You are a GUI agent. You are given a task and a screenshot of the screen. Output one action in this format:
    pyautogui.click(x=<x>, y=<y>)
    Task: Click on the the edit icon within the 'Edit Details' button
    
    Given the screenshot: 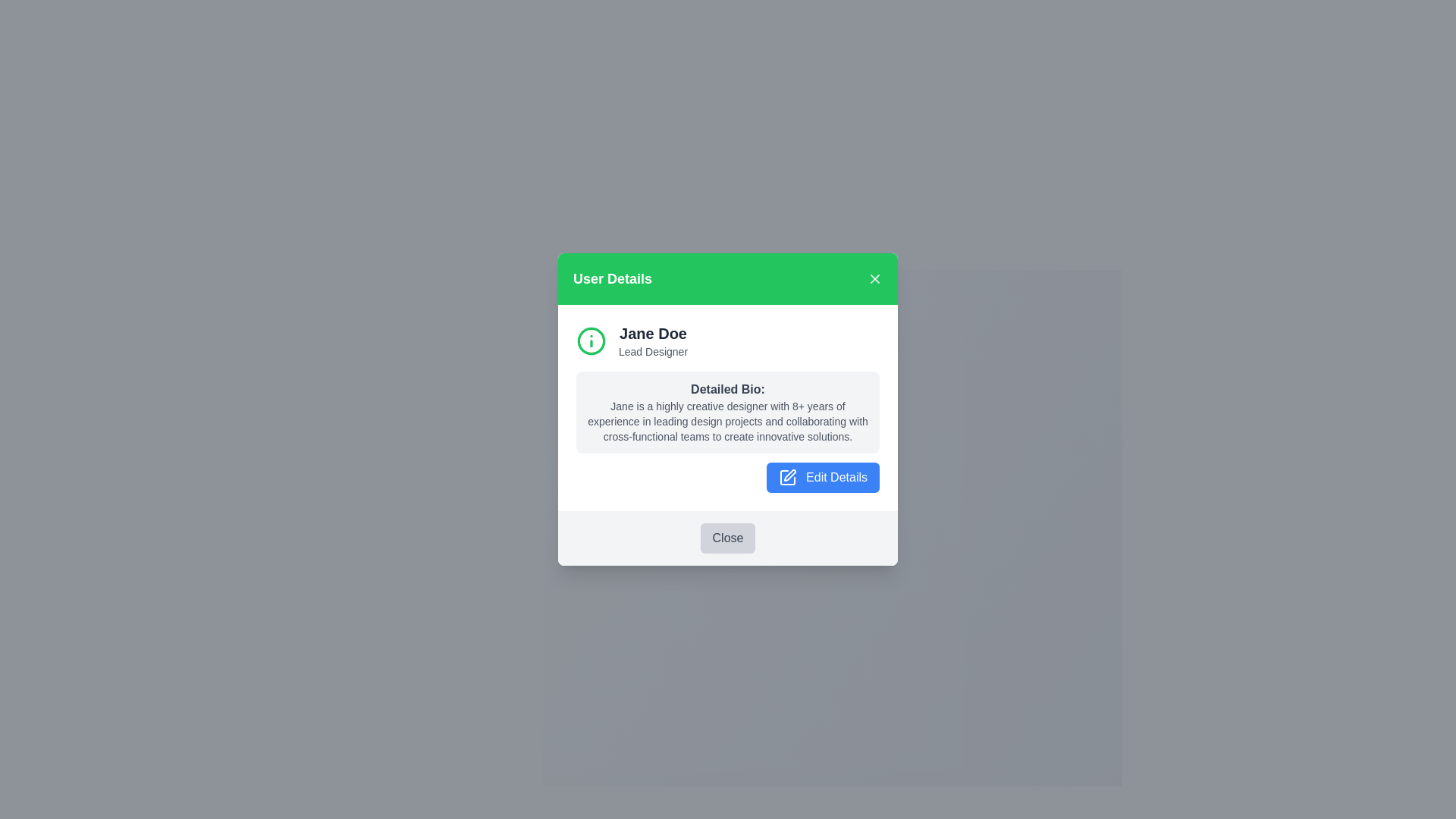 What is the action you would take?
    pyautogui.click(x=787, y=478)
    